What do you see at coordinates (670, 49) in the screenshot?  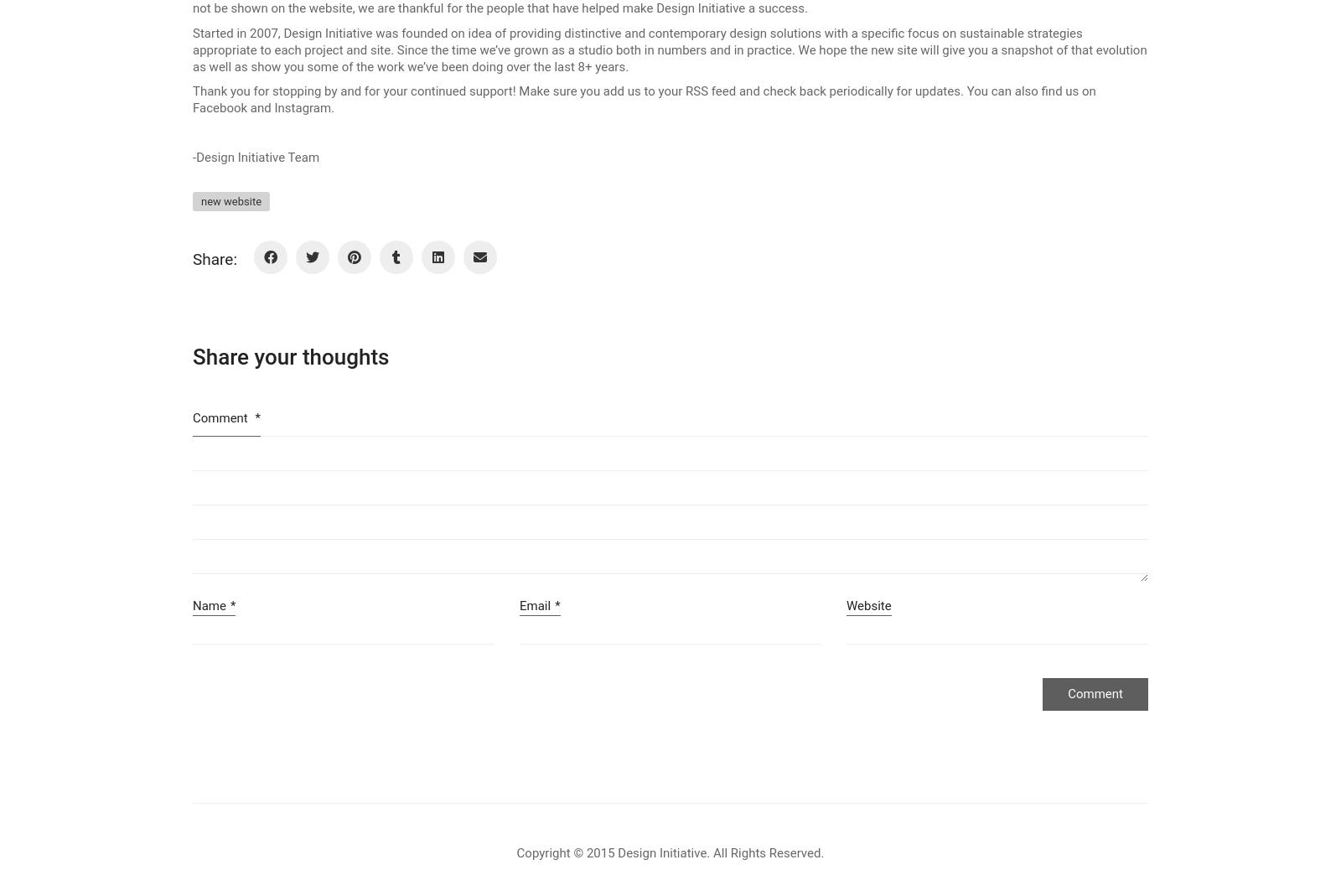 I see `'CONTACT'` at bounding box center [670, 49].